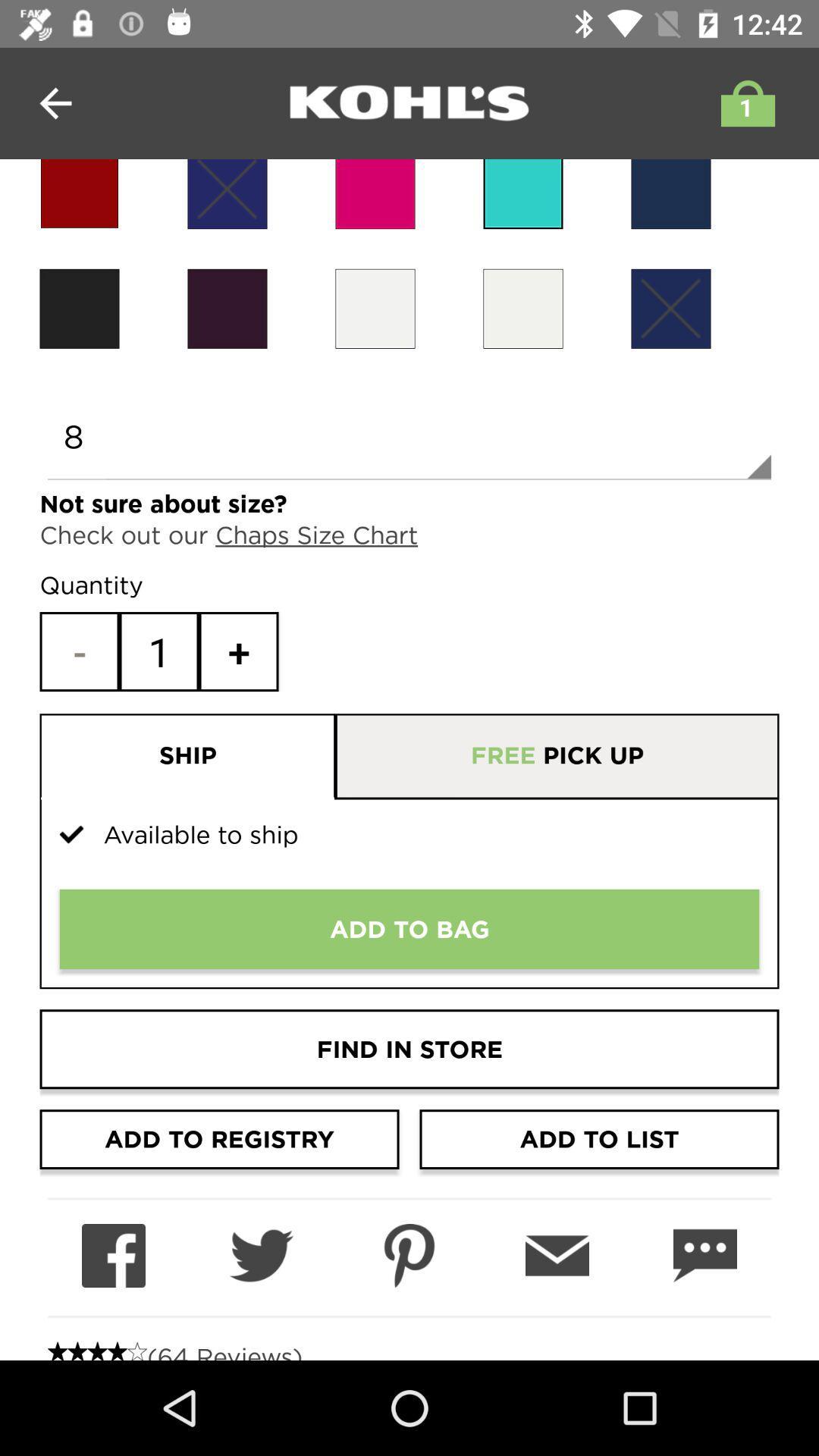 This screenshot has width=819, height=1456. Describe the element at coordinates (227, 193) in the screenshot. I see `the column of select products` at that location.